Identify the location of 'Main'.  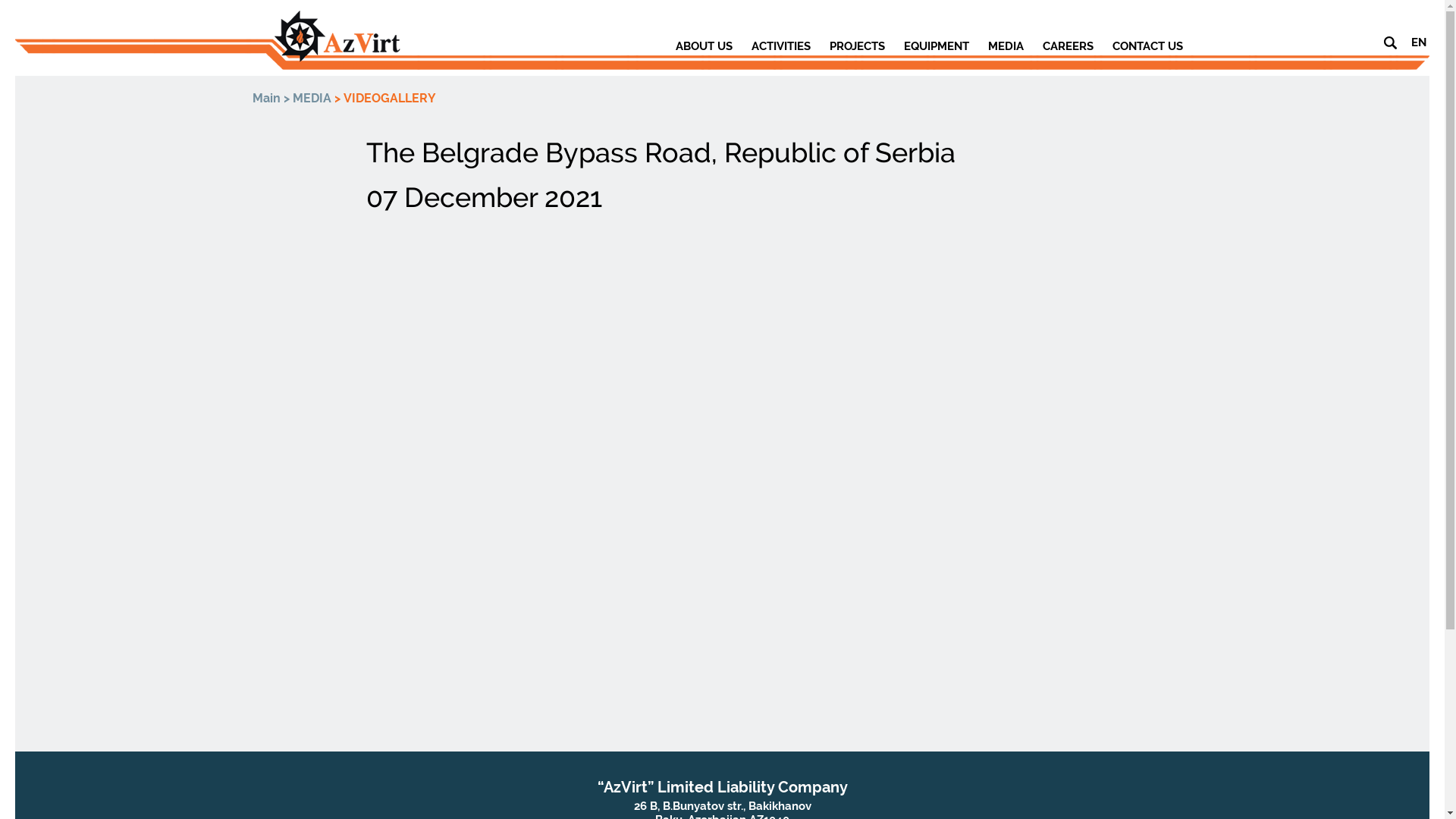
(265, 98).